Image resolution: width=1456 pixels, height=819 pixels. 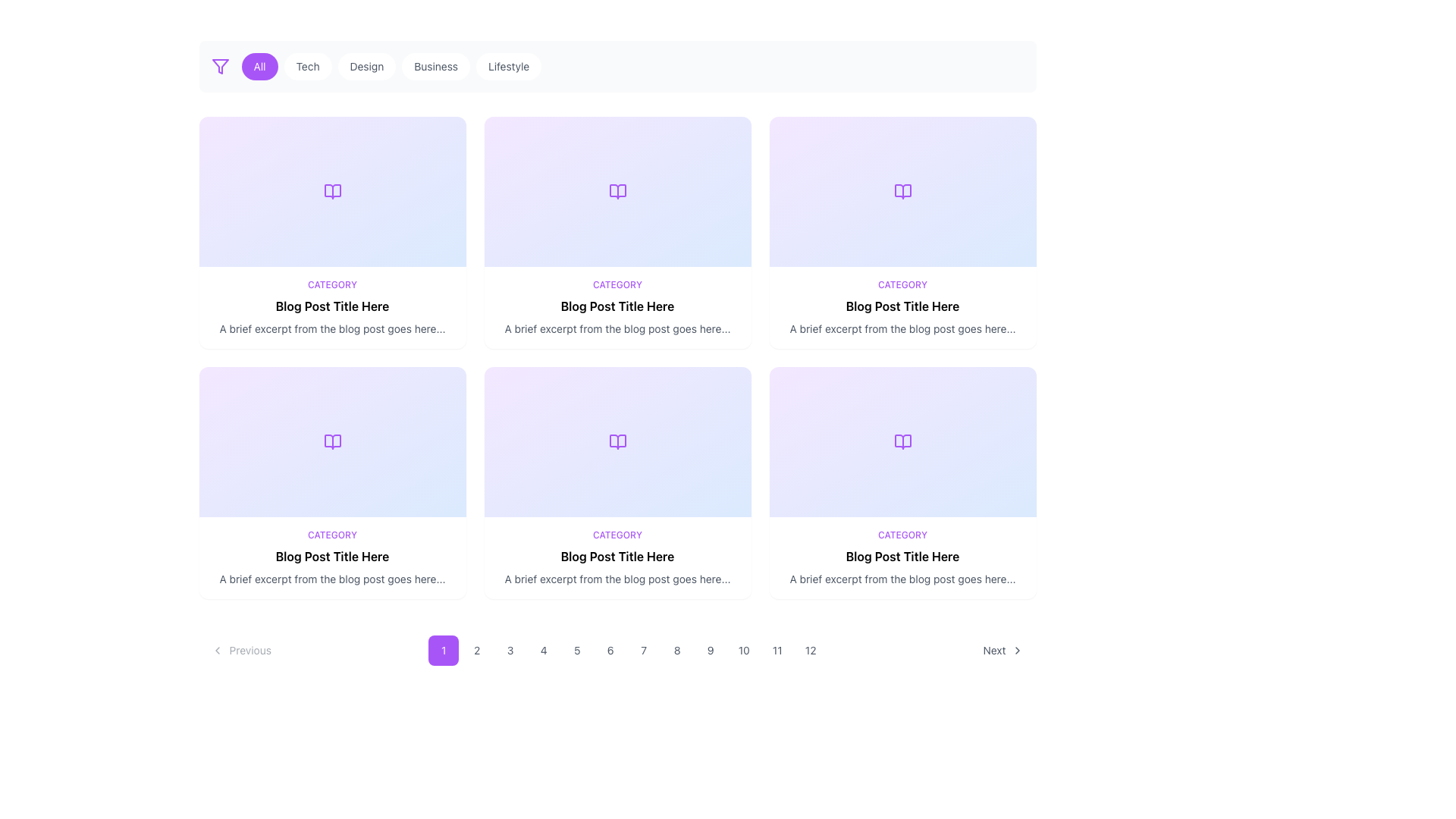 I want to click on the reading or literature icon located in the center of the third card in the second row of the grid layout, so click(x=617, y=441).